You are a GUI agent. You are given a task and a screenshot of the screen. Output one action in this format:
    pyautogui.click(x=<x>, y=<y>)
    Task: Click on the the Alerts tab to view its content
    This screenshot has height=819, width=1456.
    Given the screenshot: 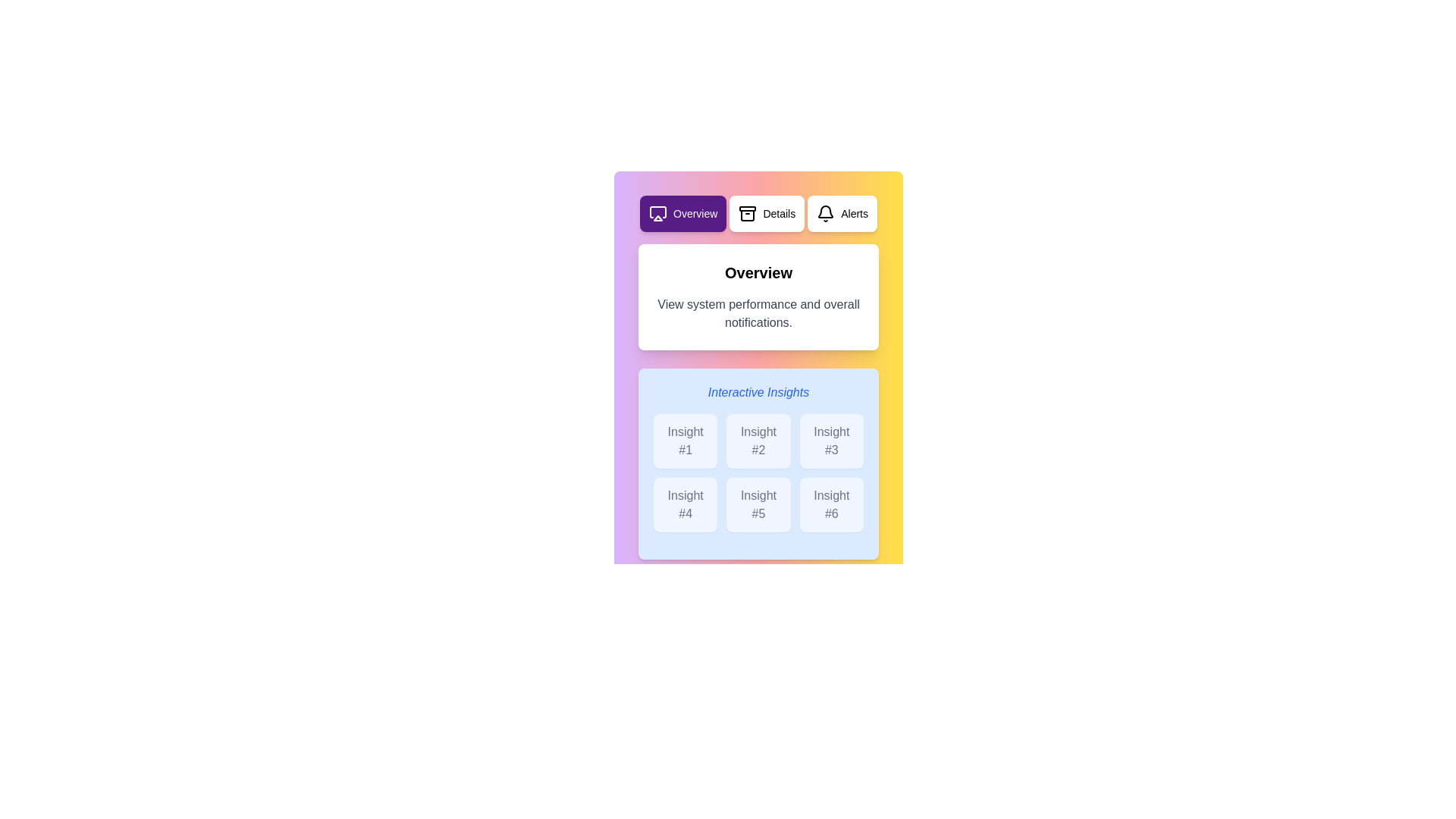 What is the action you would take?
    pyautogui.click(x=841, y=213)
    